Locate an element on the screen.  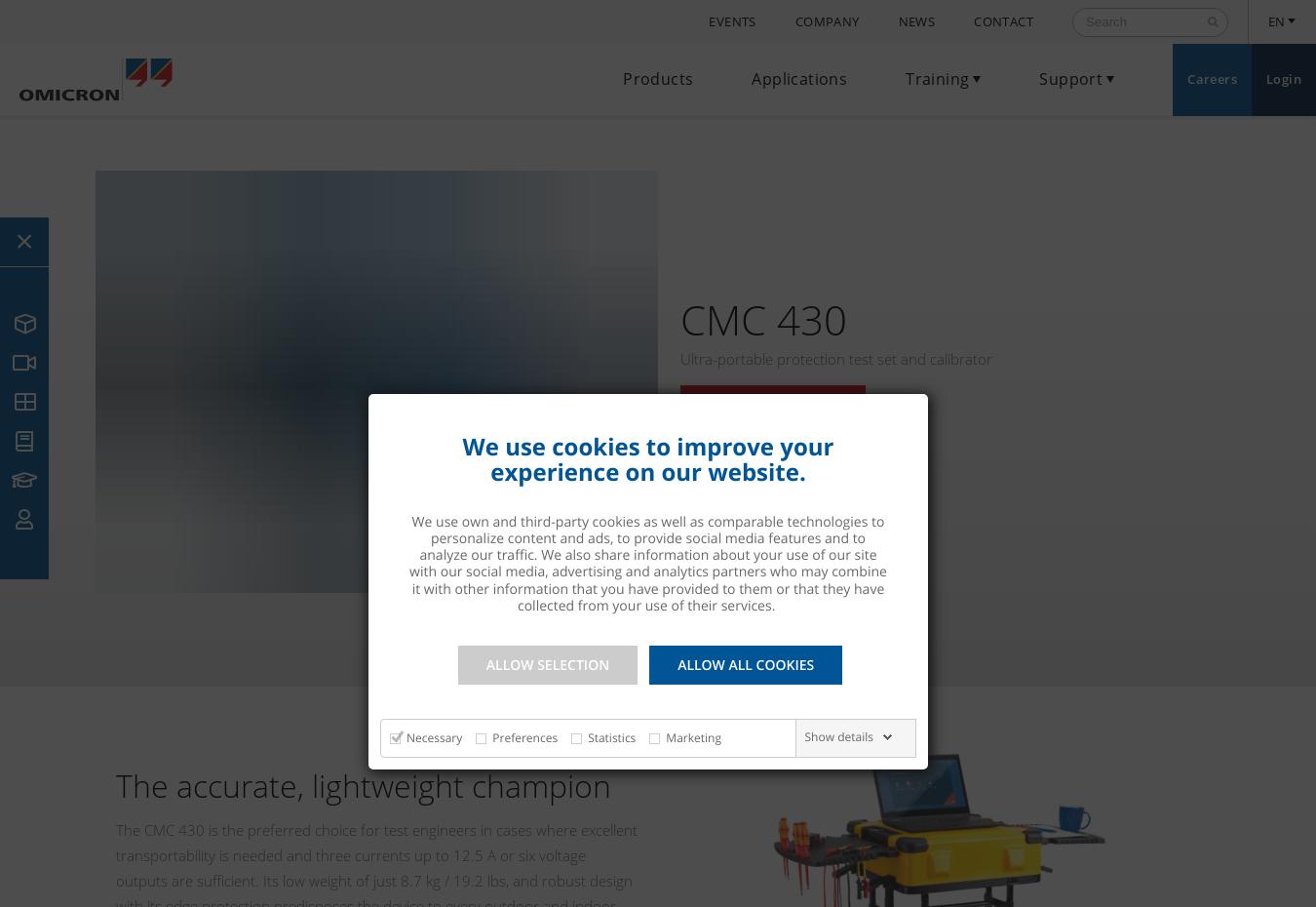
'We use own and third-party cookies as well as comparable technologies to personalize content and ads, to provide social media features and to analyze our traffic. We also share information about your use of our site with our social media, advertising and analytics partners who may combine it with other information that you have provided to them or that they have collected from your use of their services.' is located at coordinates (408, 563).